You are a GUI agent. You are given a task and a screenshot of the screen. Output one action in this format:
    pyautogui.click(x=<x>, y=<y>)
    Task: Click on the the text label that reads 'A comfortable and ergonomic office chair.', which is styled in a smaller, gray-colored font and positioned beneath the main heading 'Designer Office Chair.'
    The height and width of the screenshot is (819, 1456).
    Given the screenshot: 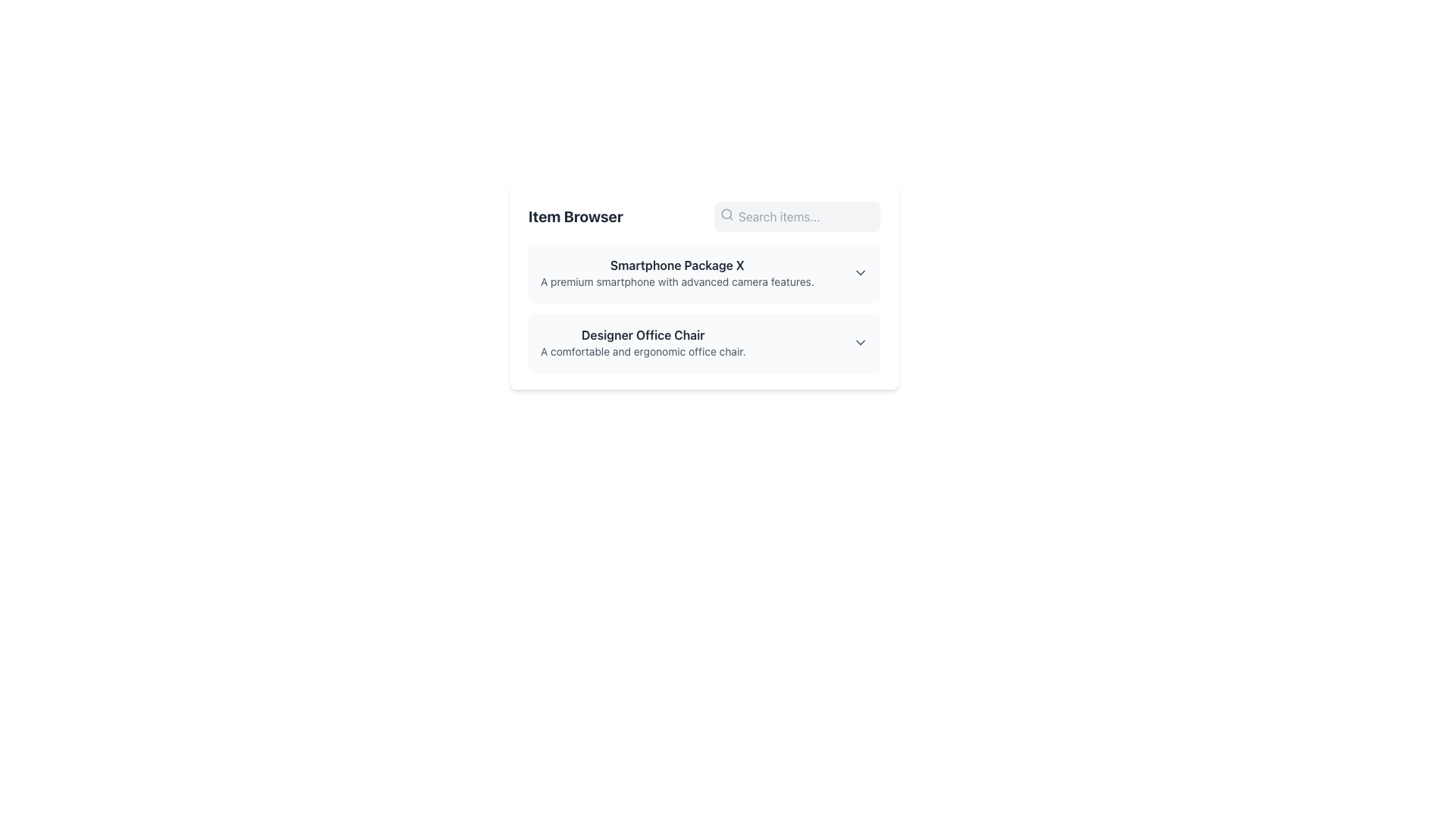 What is the action you would take?
    pyautogui.click(x=643, y=351)
    